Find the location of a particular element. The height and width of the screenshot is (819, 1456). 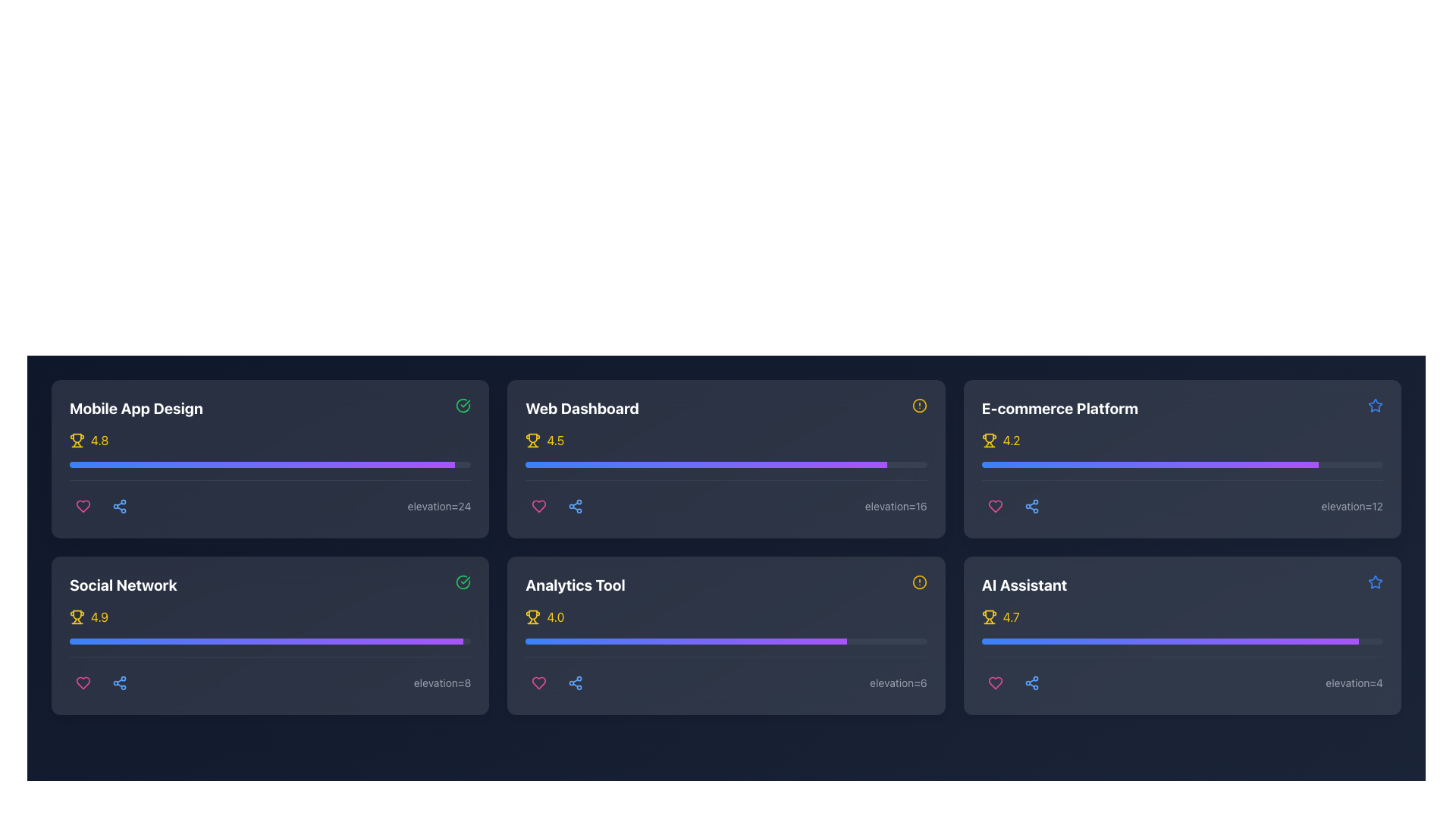

the first Card component in the grid layout, which features the title 'Mobile App Design', a trophy icon with a rating of '4.8', and various interactive icons at the bottom is located at coordinates (270, 458).